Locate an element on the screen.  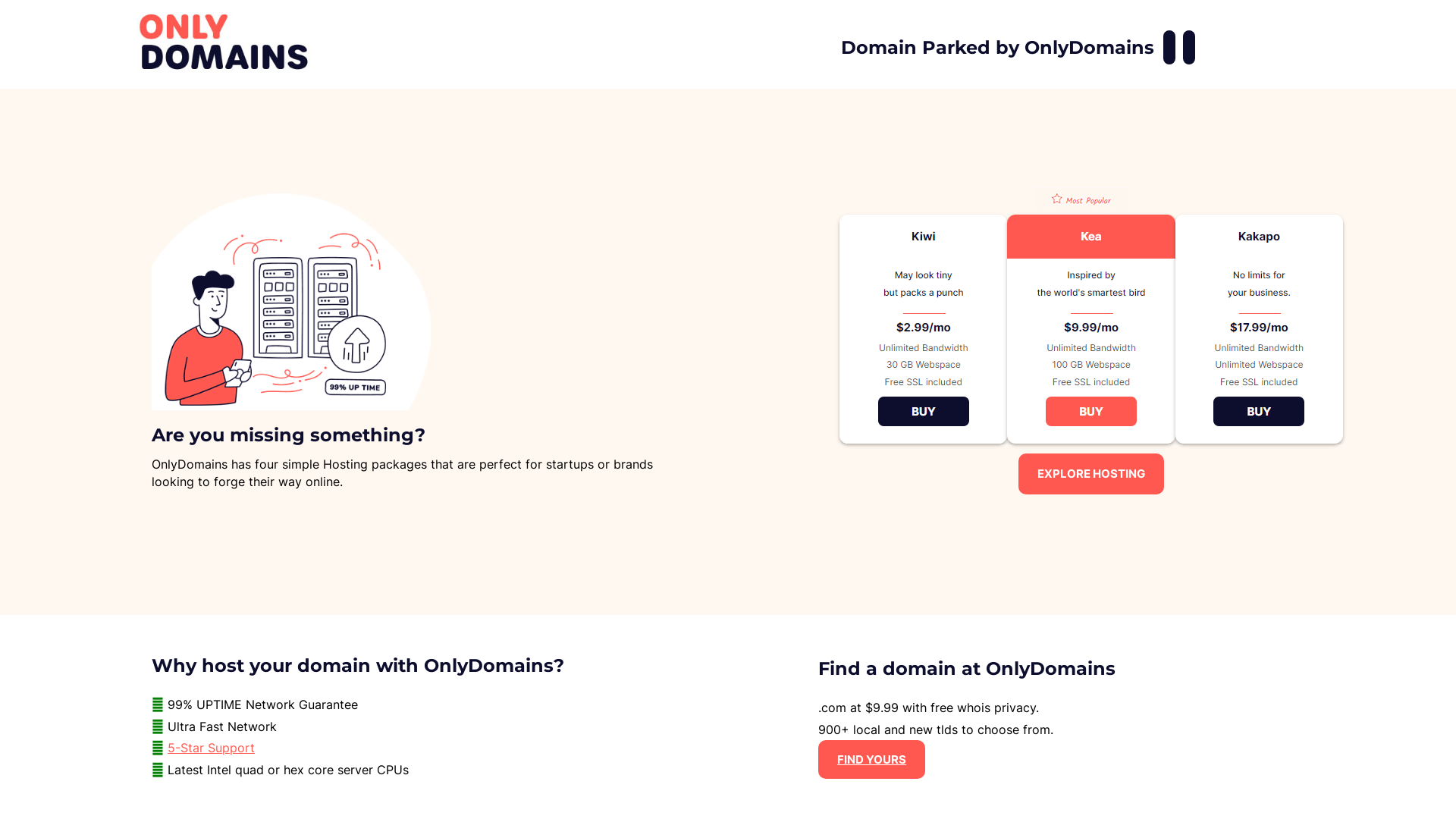
'EXPLORE HOSTING' is located at coordinates (1090, 472).